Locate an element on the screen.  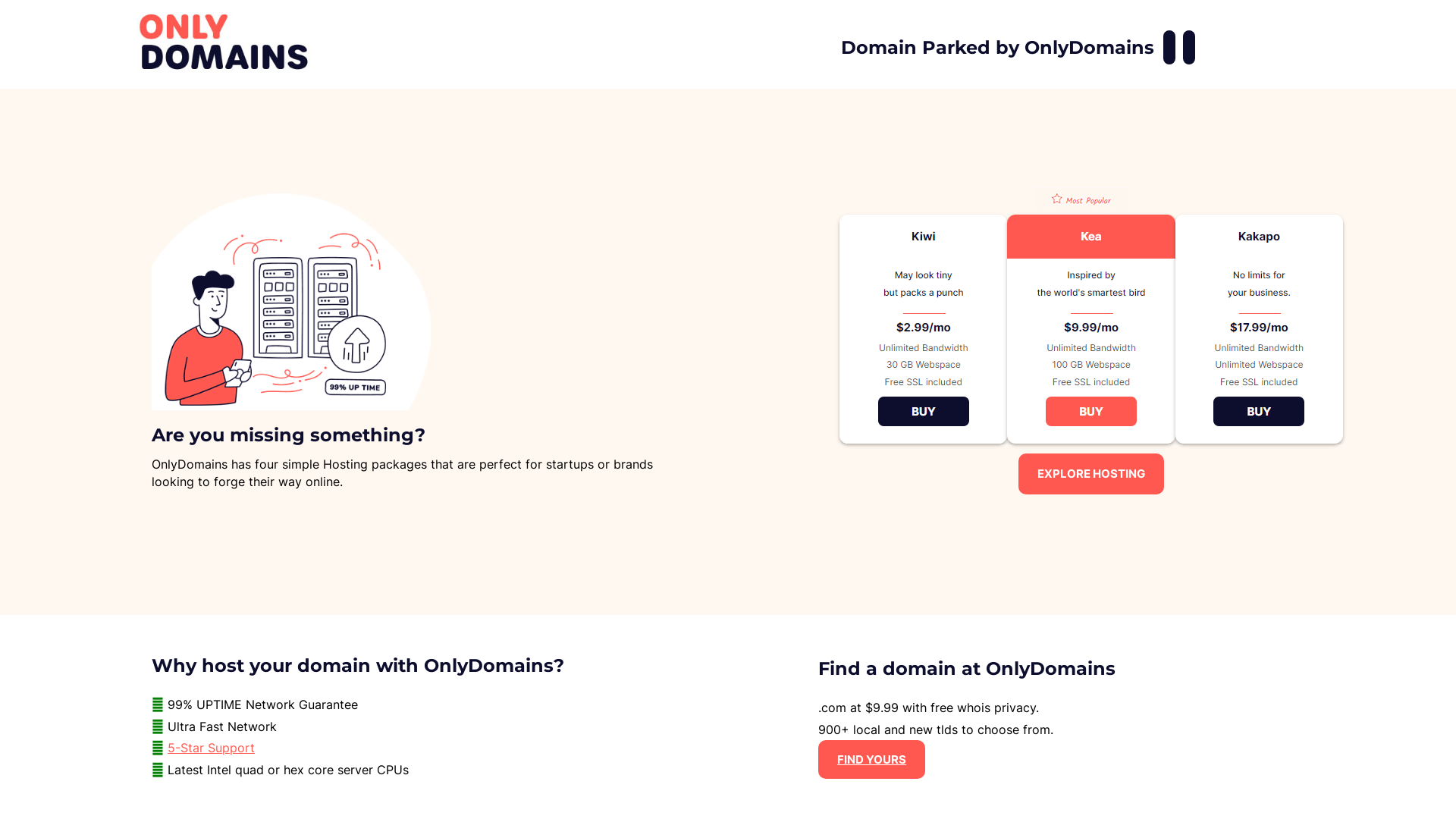
'EXPLORE HOSTING' is located at coordinates (1090, 472).